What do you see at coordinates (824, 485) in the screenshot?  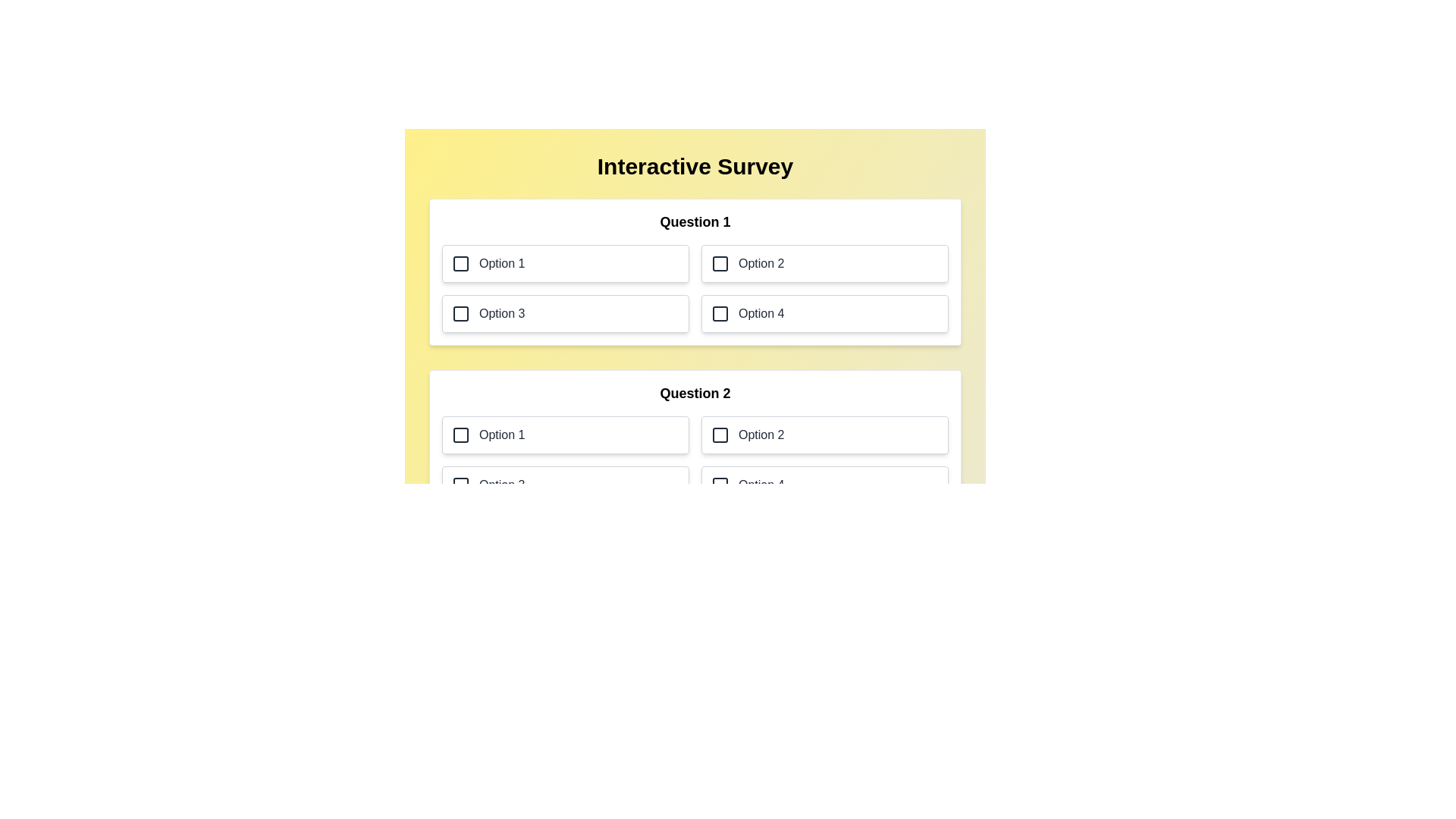 I see `the option 4 for question 2` at bounding box center [824, 485].